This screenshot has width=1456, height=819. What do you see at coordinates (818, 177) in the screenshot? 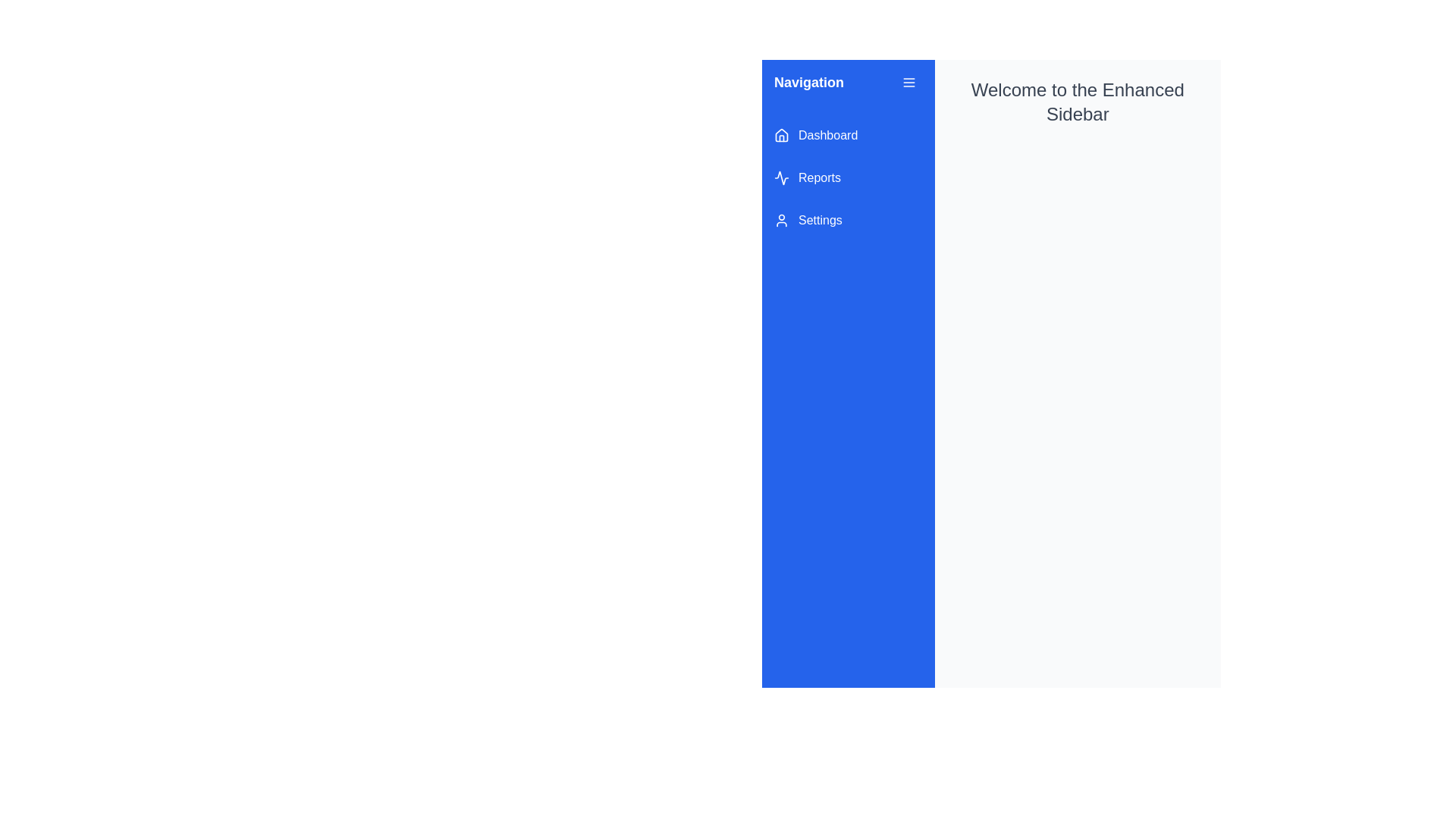
I see `the 'Reports' text label located in the vertical navigation menu, positioned beneath the 'Dashboard' and above the 'Settings' options` at bounding box center [818, 177].